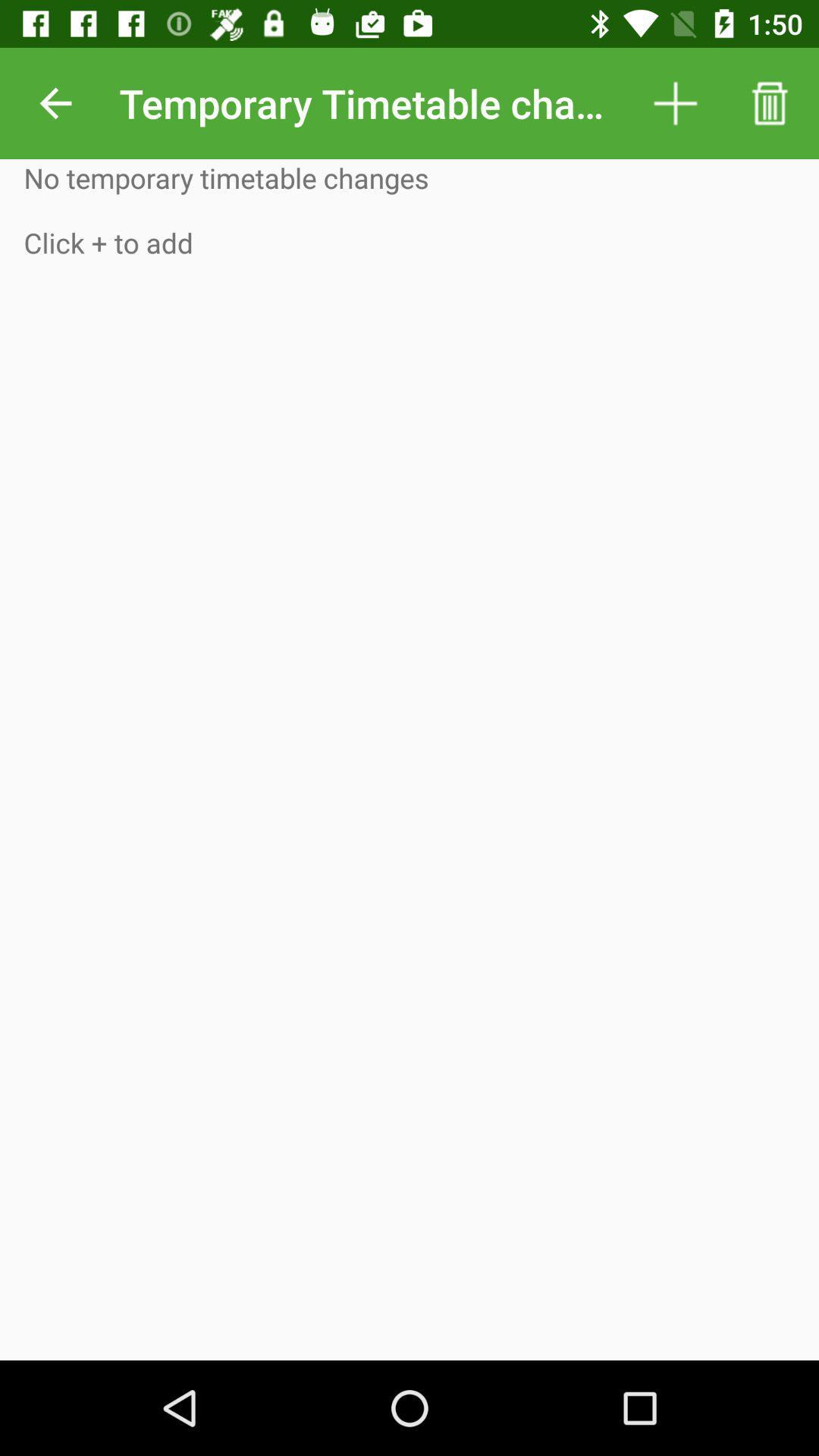 The image size is (819, 1456). Describe the element at coordinates (55, 102) in the screenshot. I see `the item above no temporary timetable` at that location.